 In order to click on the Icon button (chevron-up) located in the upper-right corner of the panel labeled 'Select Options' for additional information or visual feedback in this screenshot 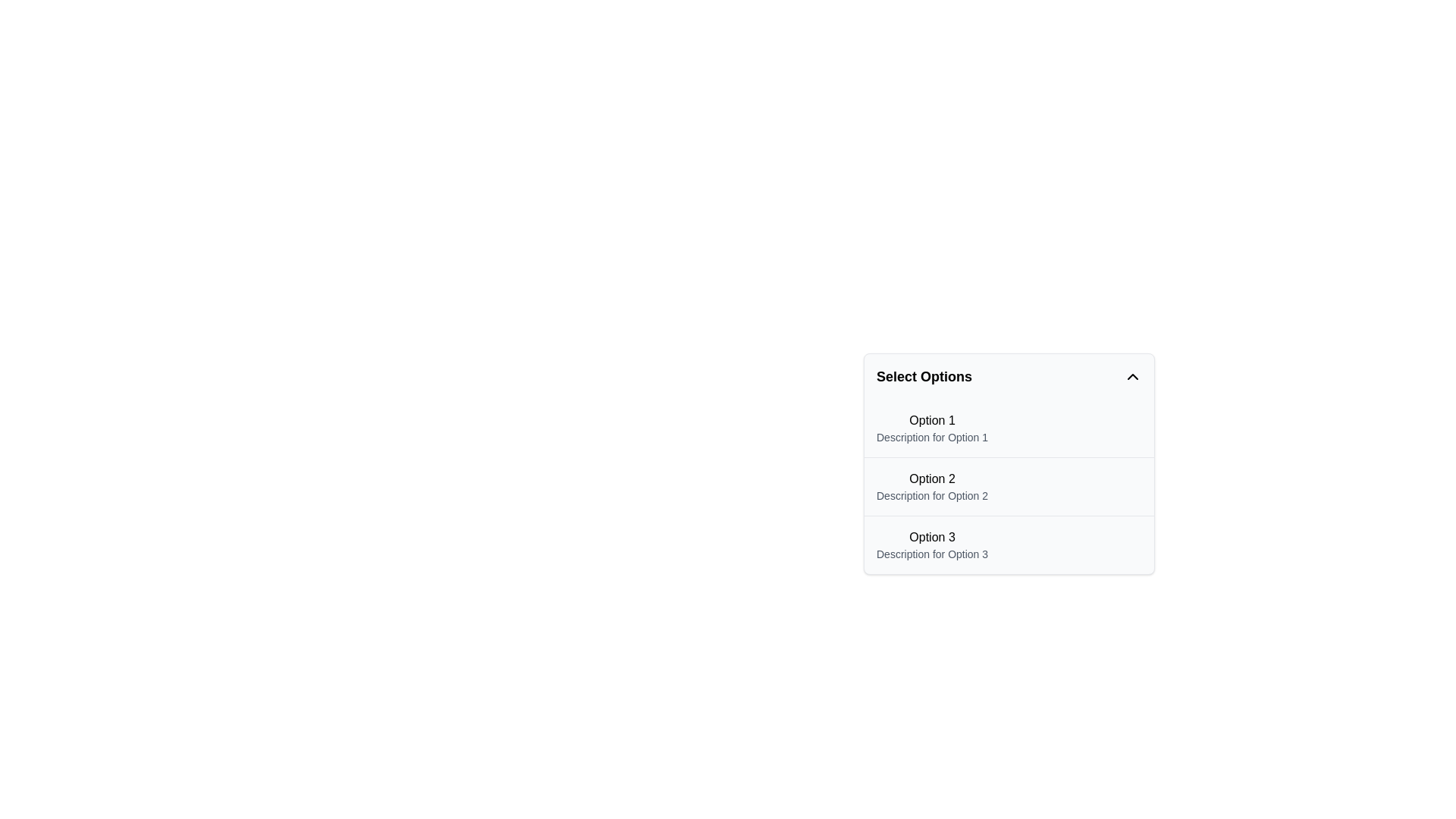, I will do `click(1132, 376)`.